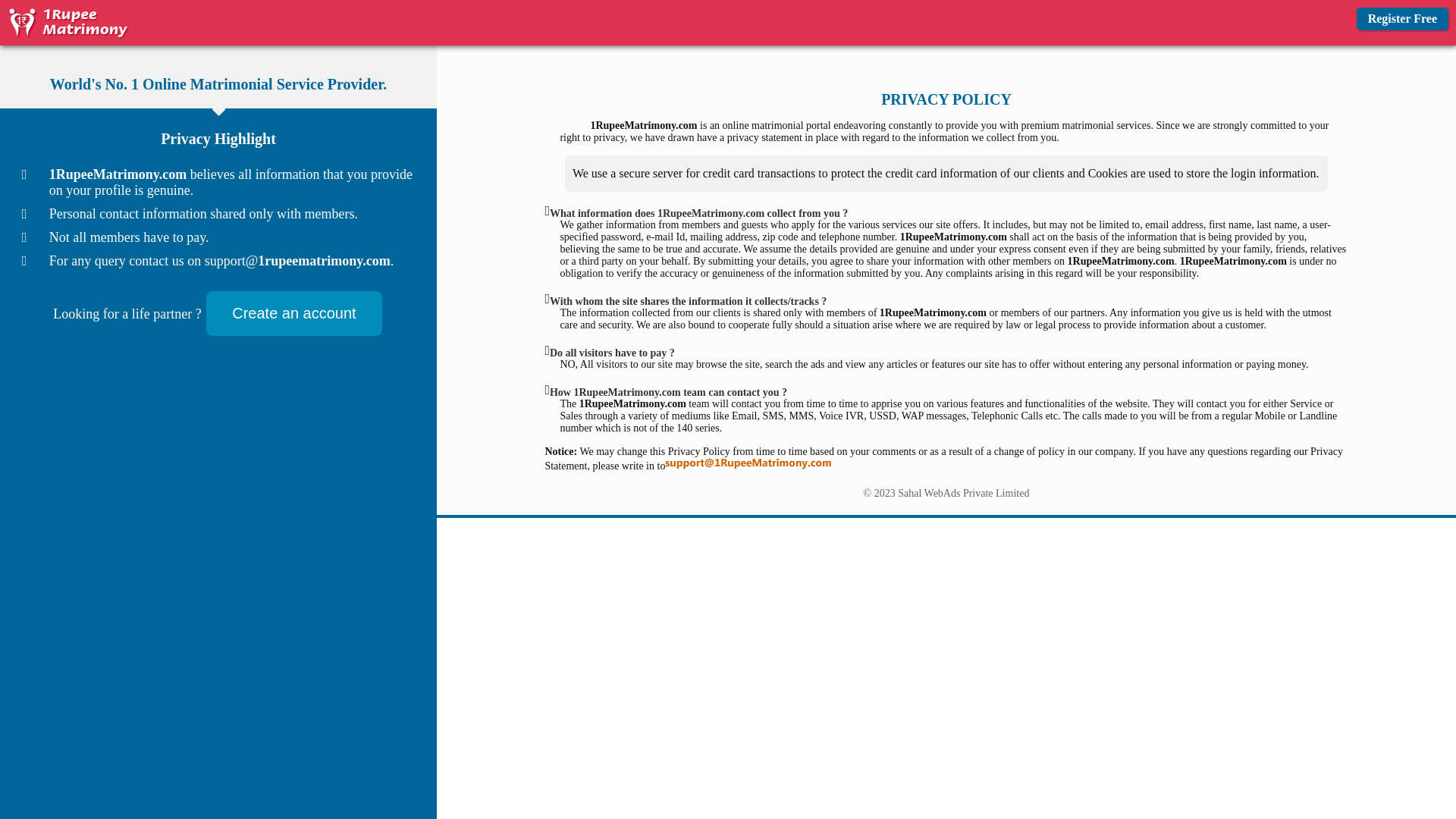 The height and width of the screenshot is (819, 1456). What do you see at coordinates (292, 312) in the screenshot?
I see `'Create an account'` at bounding box center [292, 312].